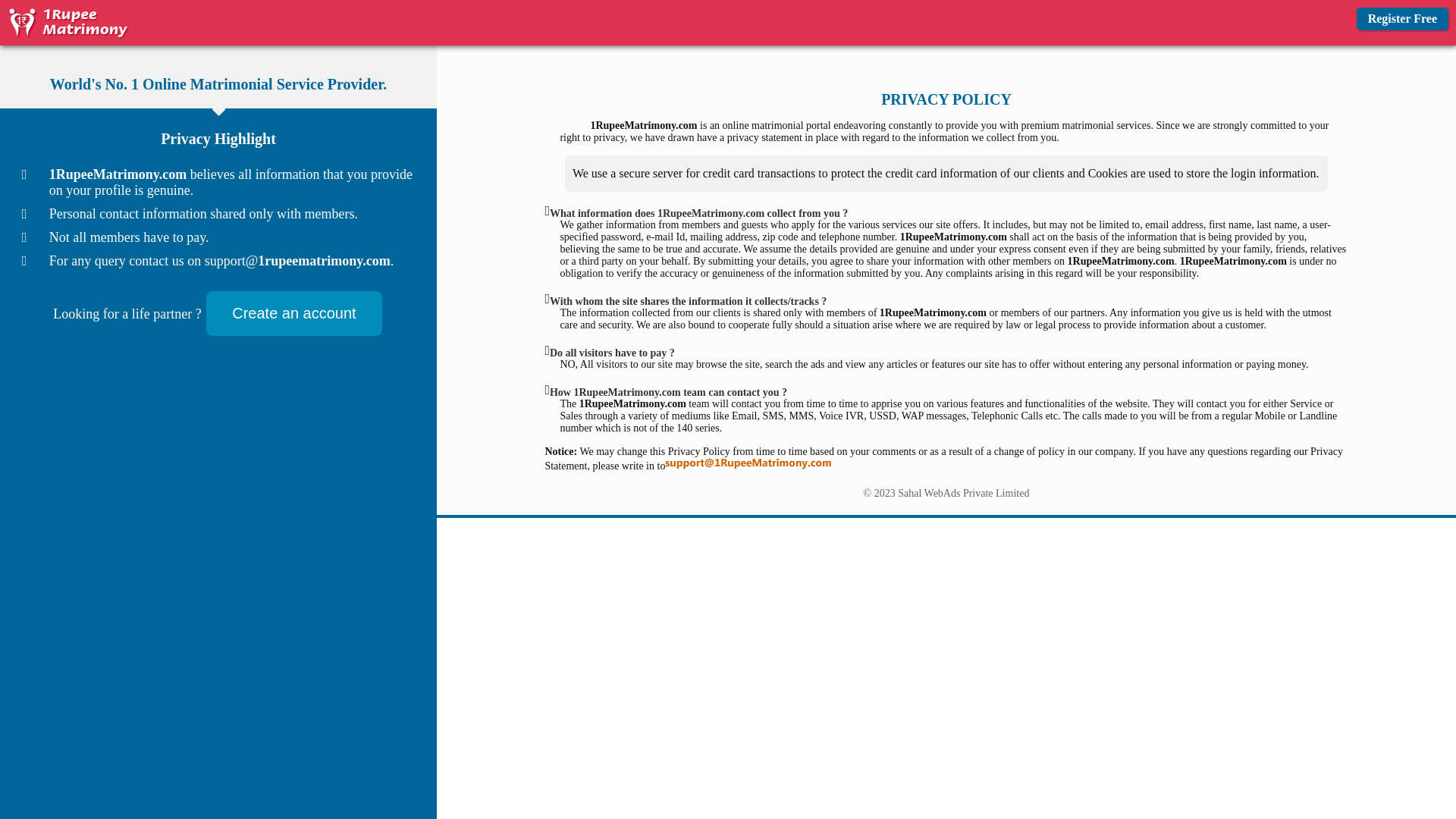 The height and width of the screenshot is (819, 1456). What do you see at coordinates (292, 312) in the screenshot?
I see `'Create an account'` at bounding box center [292, 312].